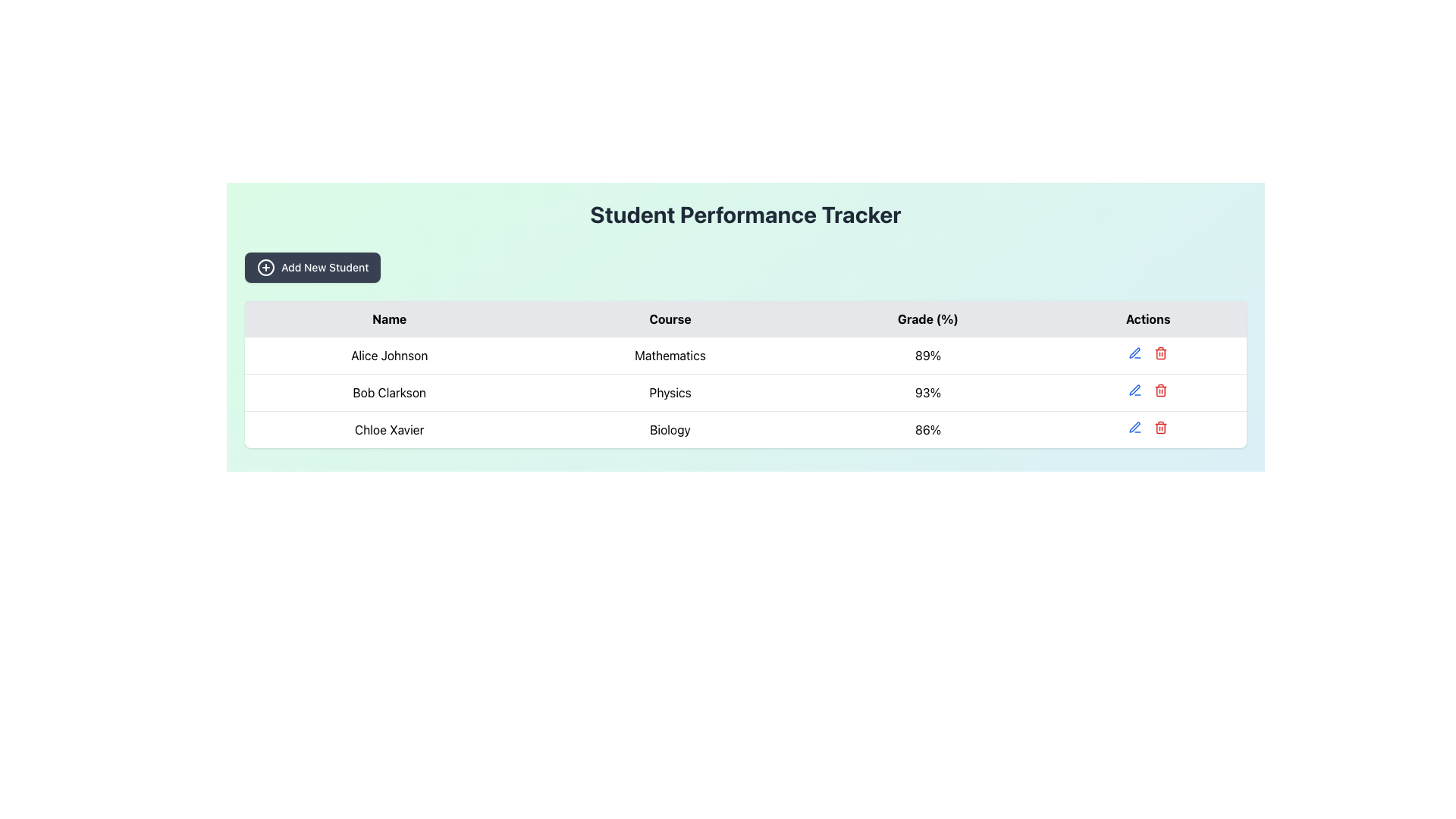 The image size is (1456, 819). What do you see at coordinates (1134, 427) in the screenshot?
I see `the edit button (pen icon) located in the 'Actions' column of the third row of the table` at bounding box center [1134, 427].